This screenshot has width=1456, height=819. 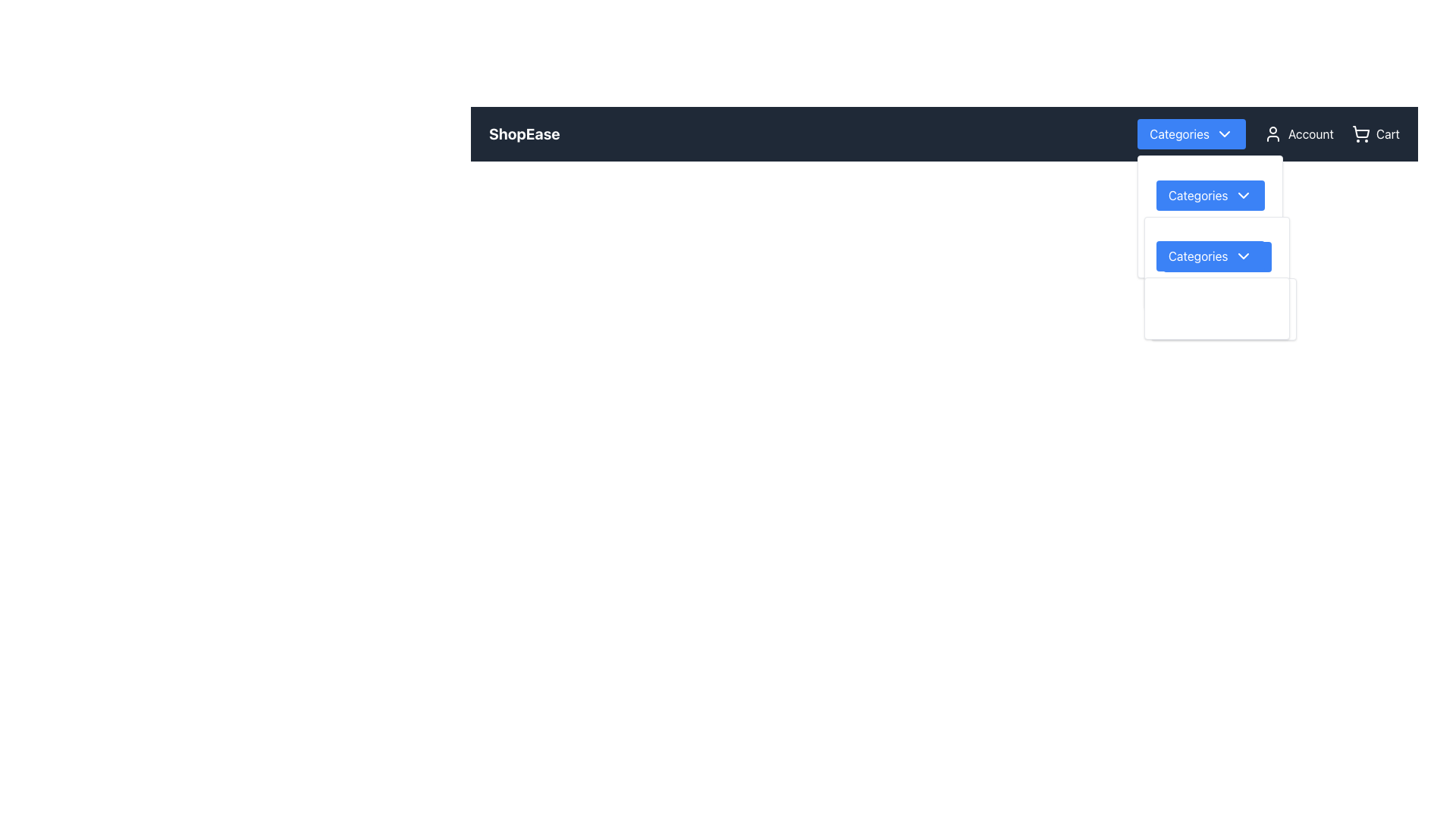 I want to click on the 'Categories' text label within the blue button, so click(x=1197, y=195).